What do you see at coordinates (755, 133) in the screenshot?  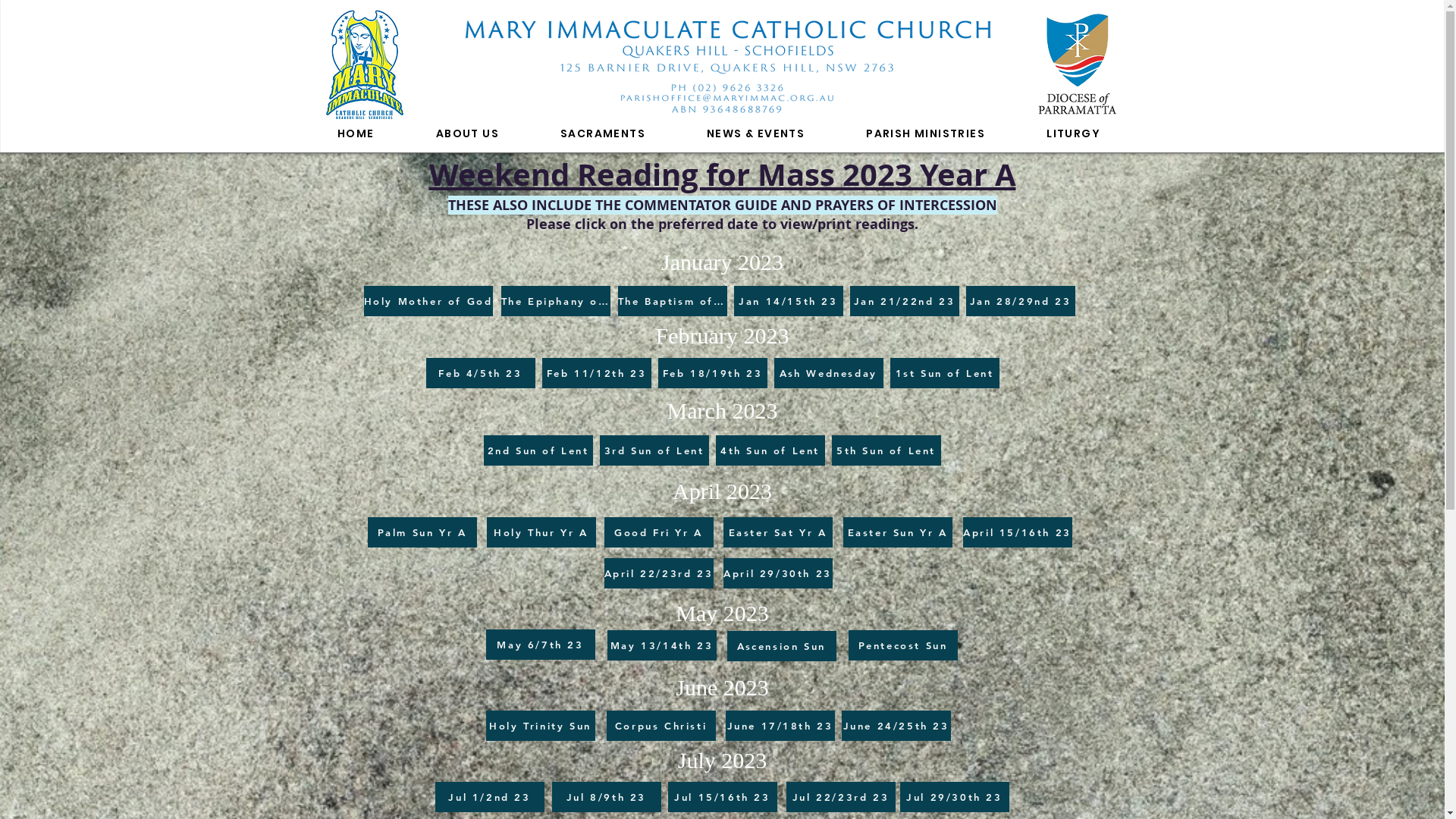 I see `'NEWS & EVENTS'` at bounding box center [755, 133].